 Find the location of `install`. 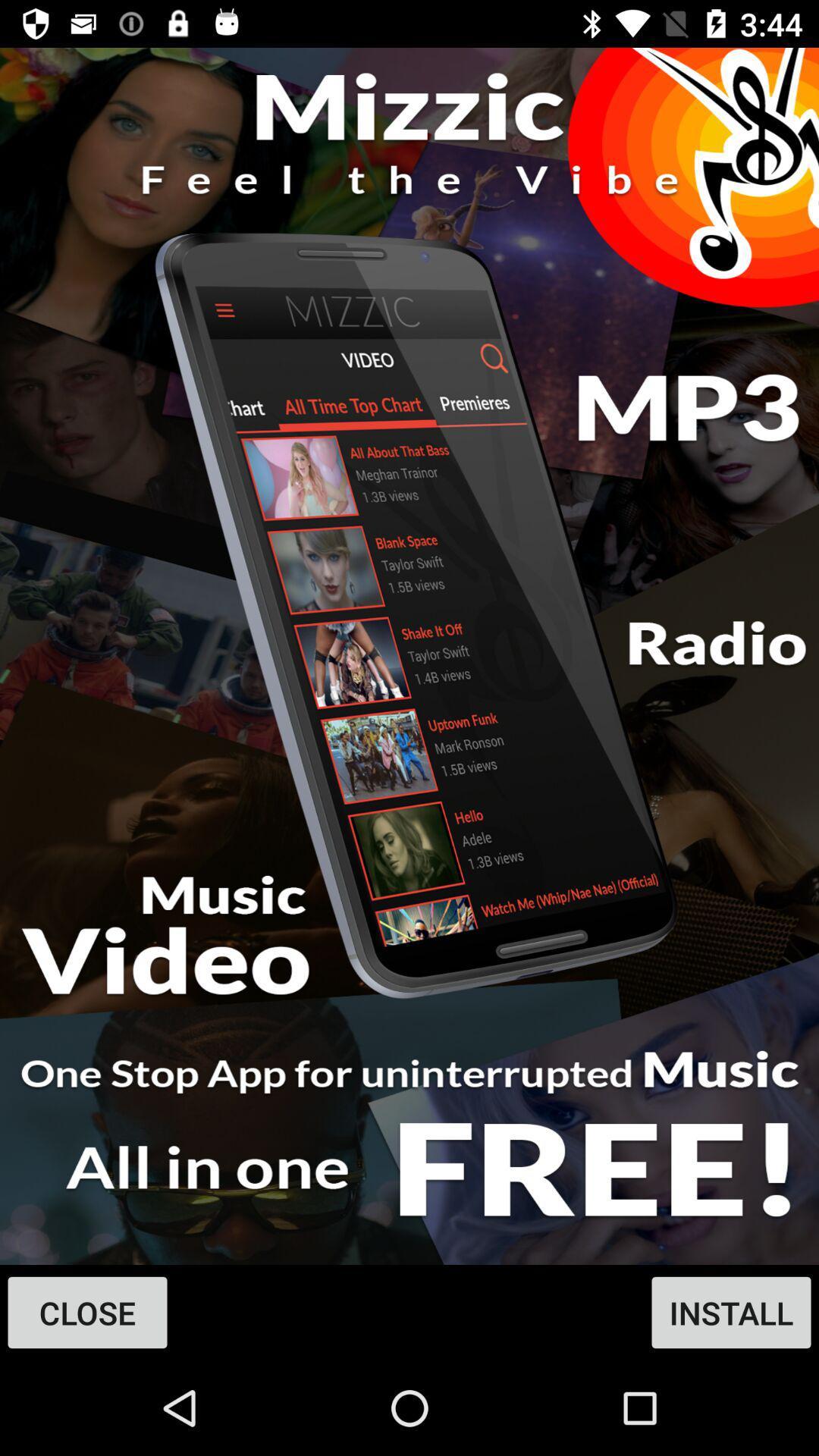

install is located at coordinates (409, 656).